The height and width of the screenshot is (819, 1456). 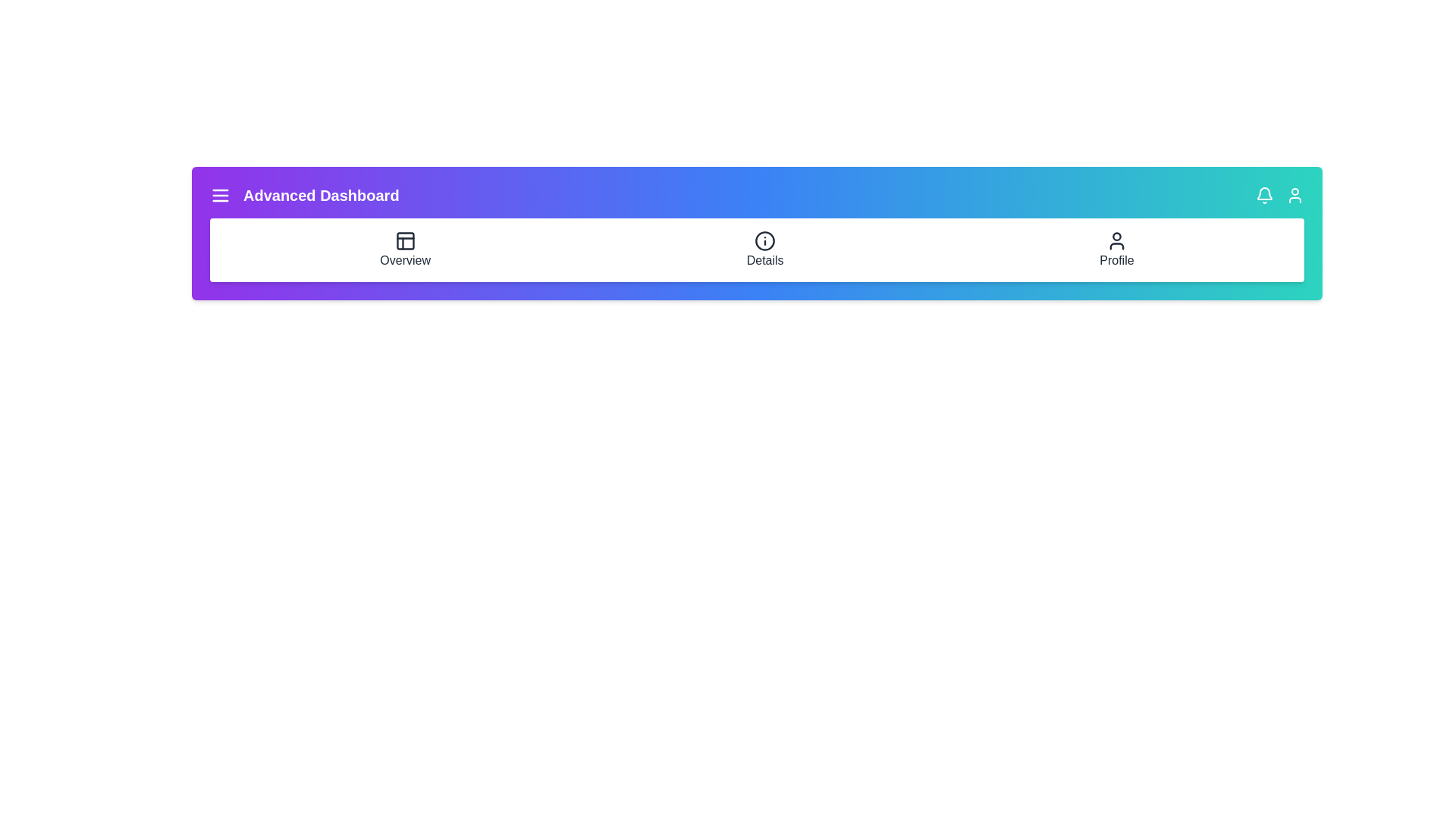 What do you see at coordinates (1294, 195) in the screenshot?
I see `the user icon to open profile options` at bounding box center [1294, 195].